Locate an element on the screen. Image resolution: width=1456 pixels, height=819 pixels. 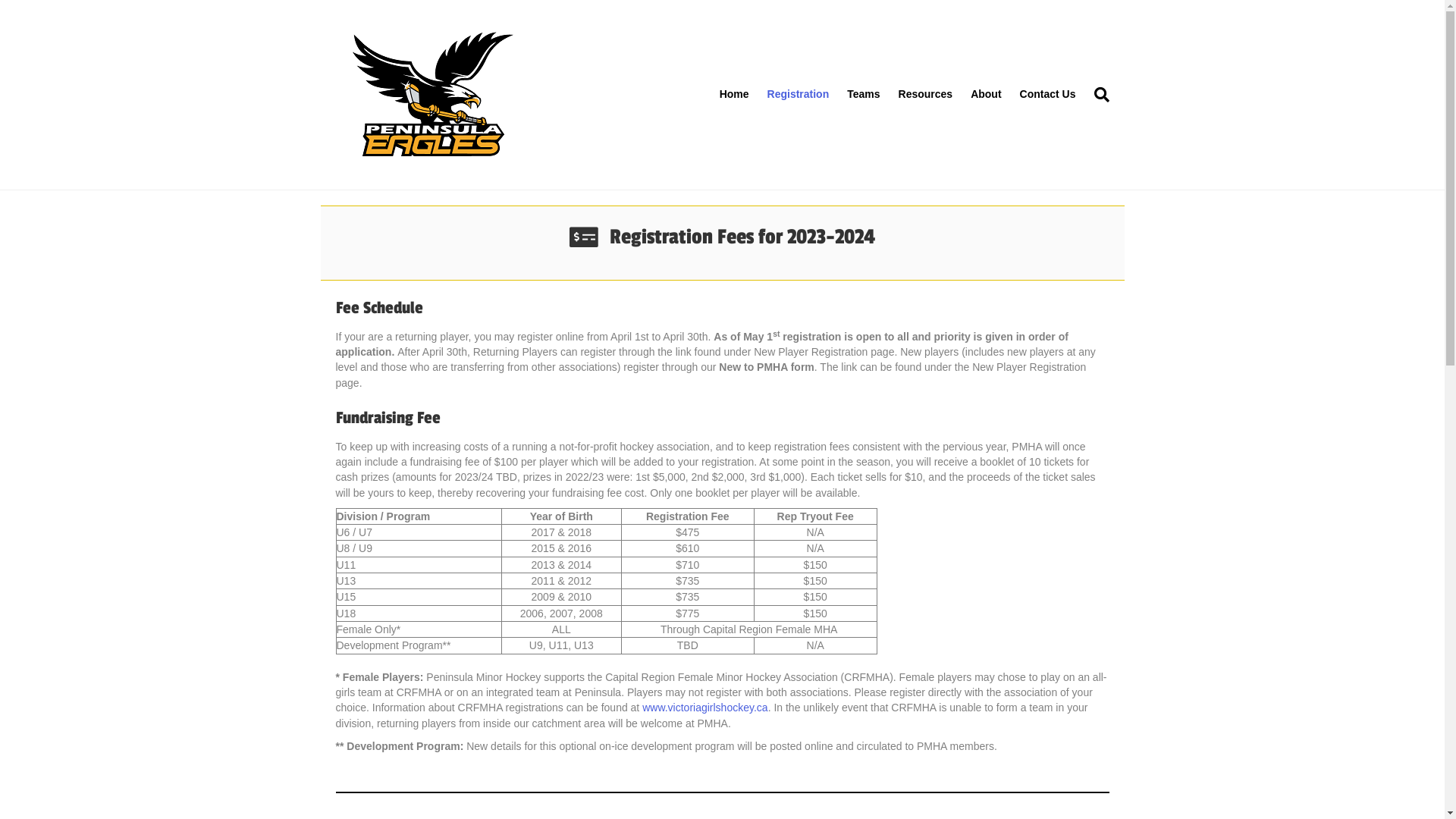
'Registration' is located at coordinates (797, 94).